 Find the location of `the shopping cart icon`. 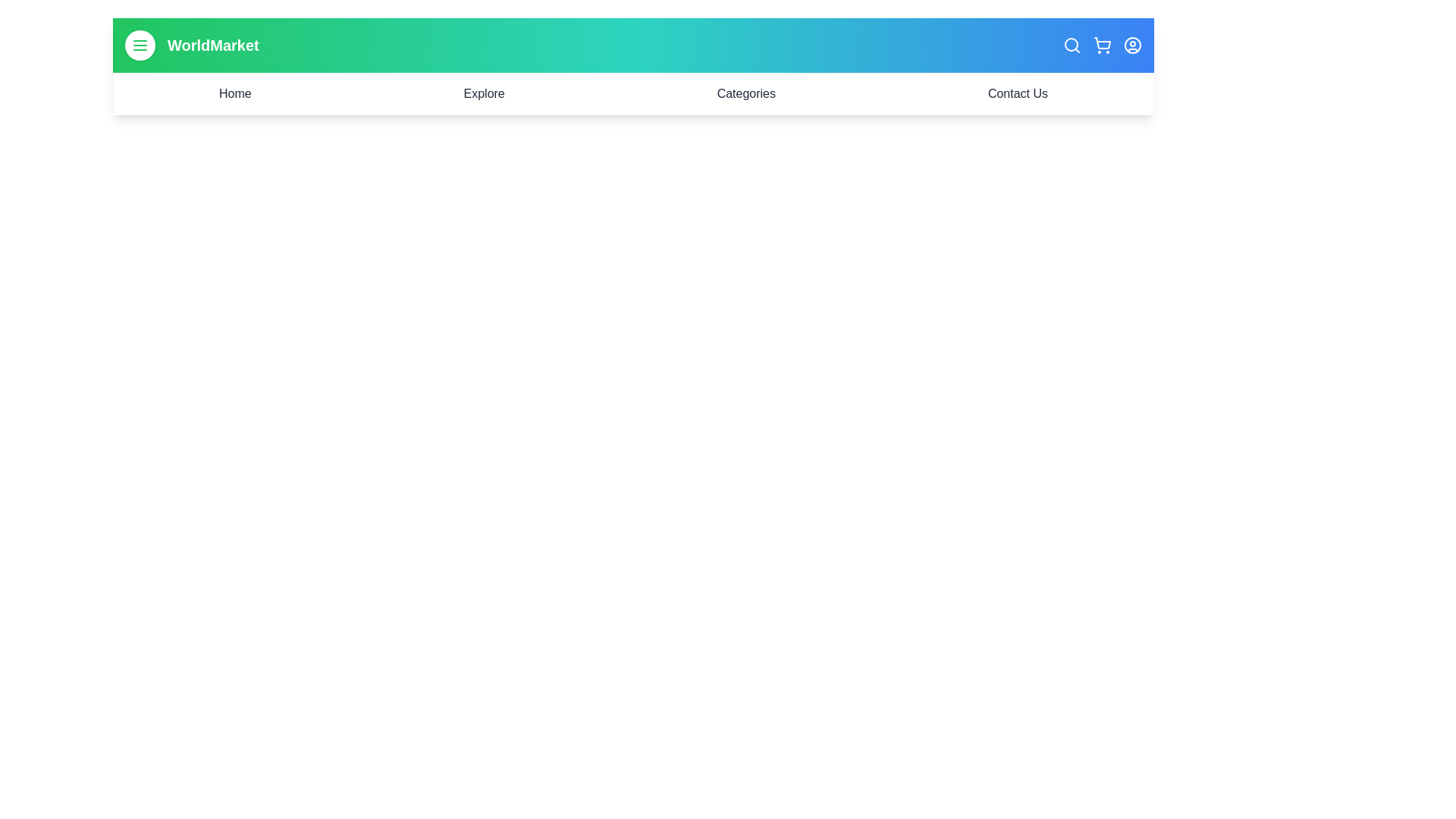

the shopping cart icon is located at coordinates (1103, 45).